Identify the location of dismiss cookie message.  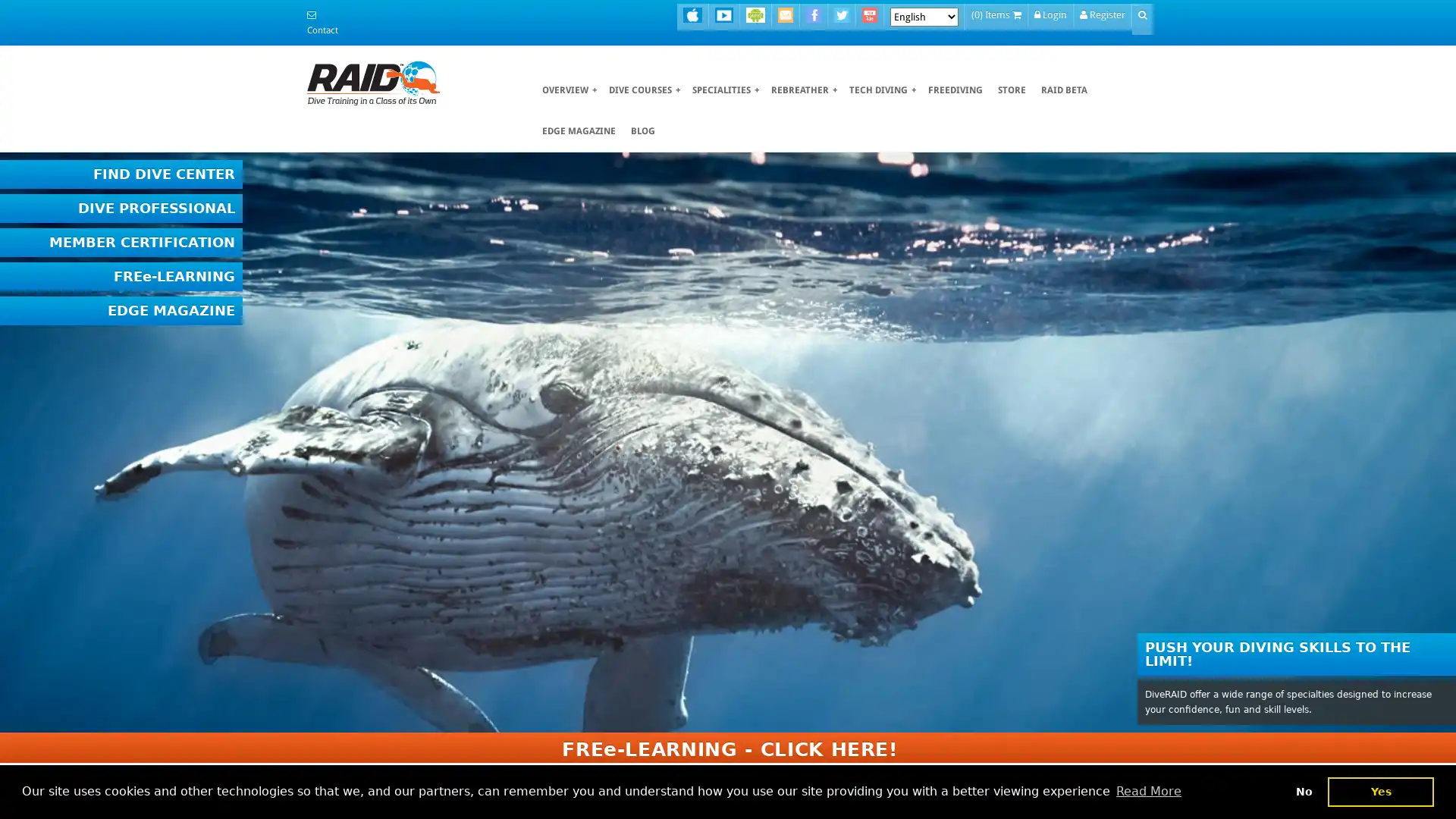
(1380, 791).